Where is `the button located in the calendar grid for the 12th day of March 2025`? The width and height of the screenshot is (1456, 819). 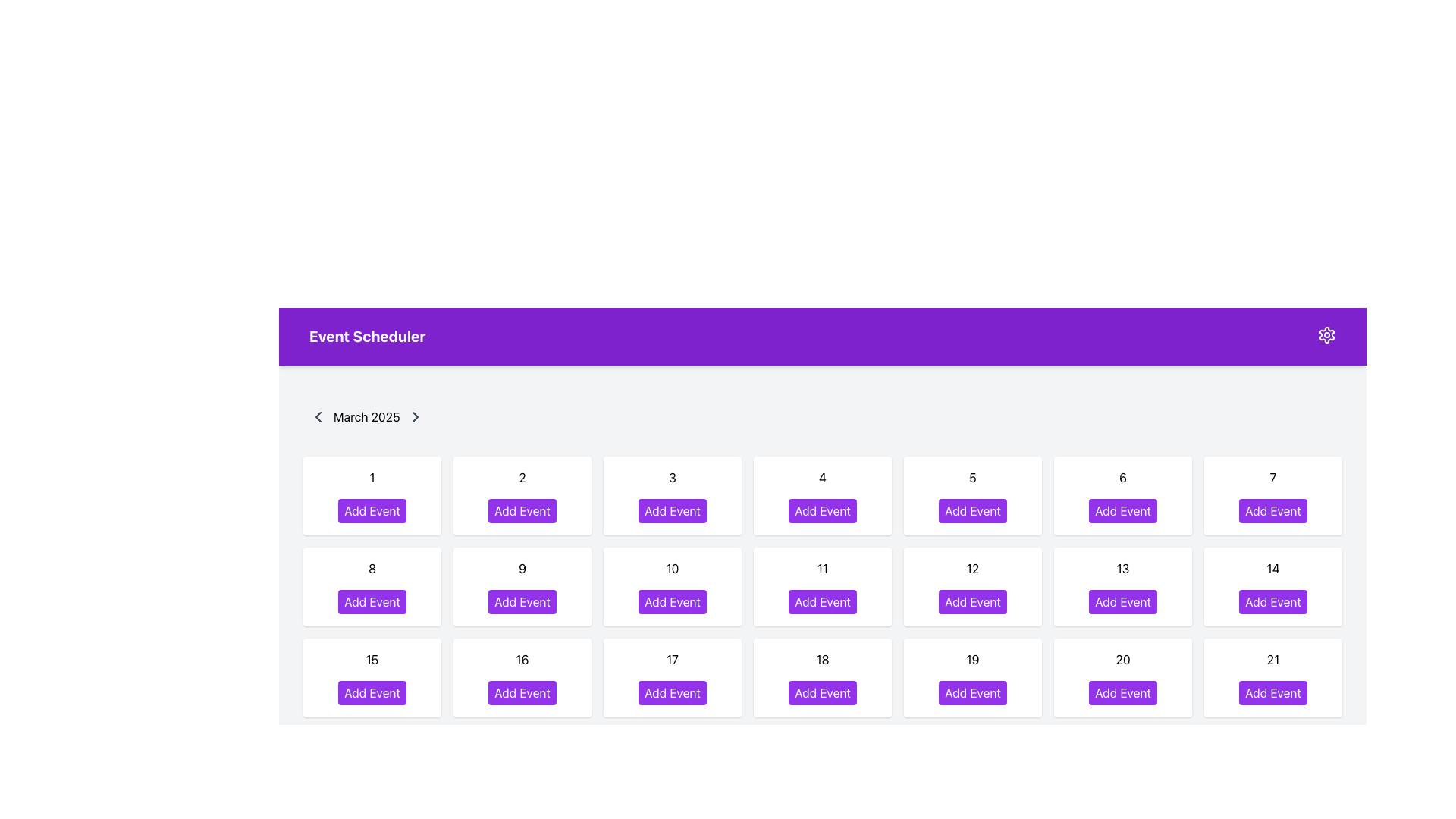
the button located in the calendar grid for the 12th day of March 2025 is located at coordinates (972, 601).